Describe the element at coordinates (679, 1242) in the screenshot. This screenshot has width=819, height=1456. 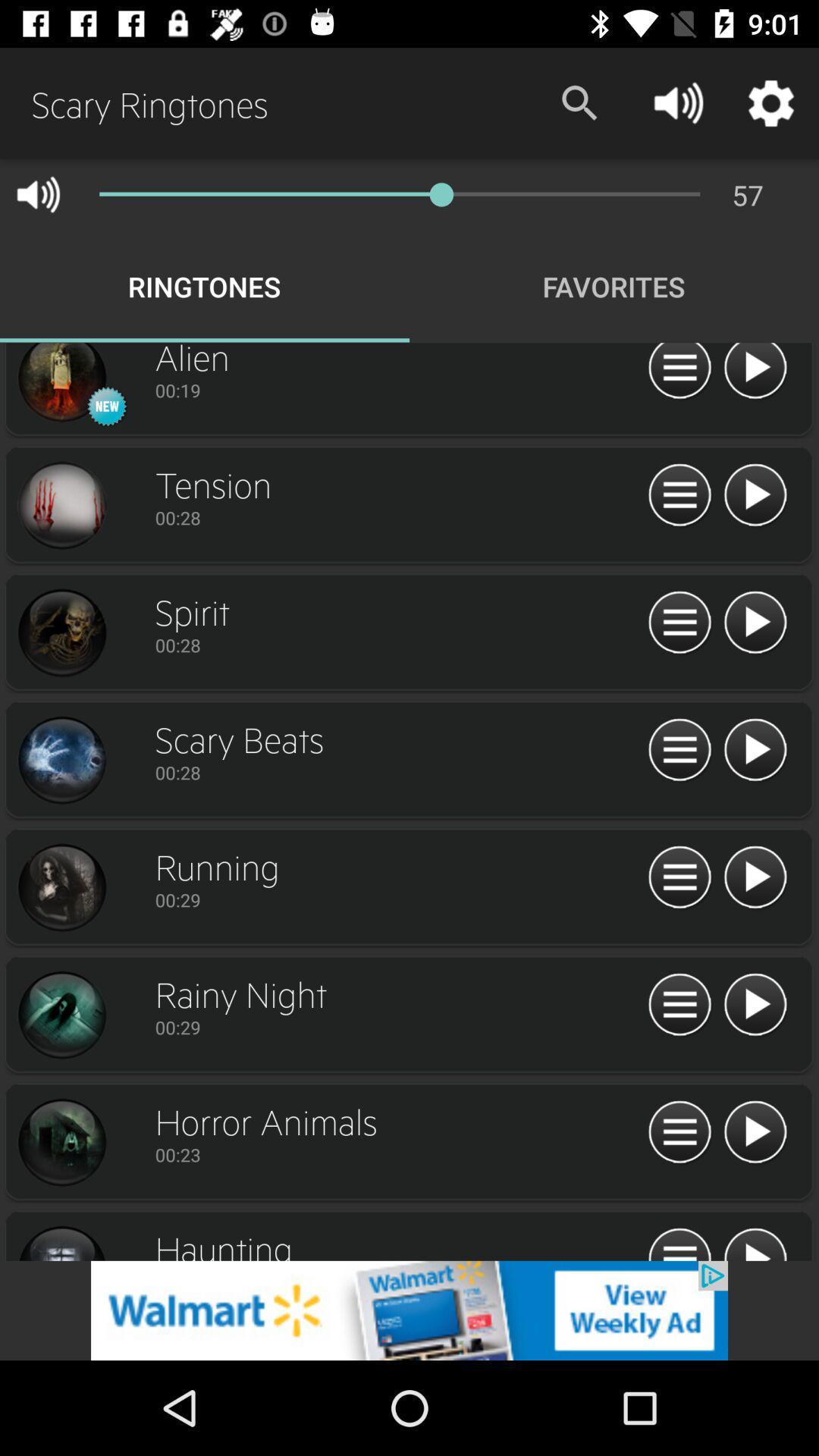
I see `see the menu` at that location.